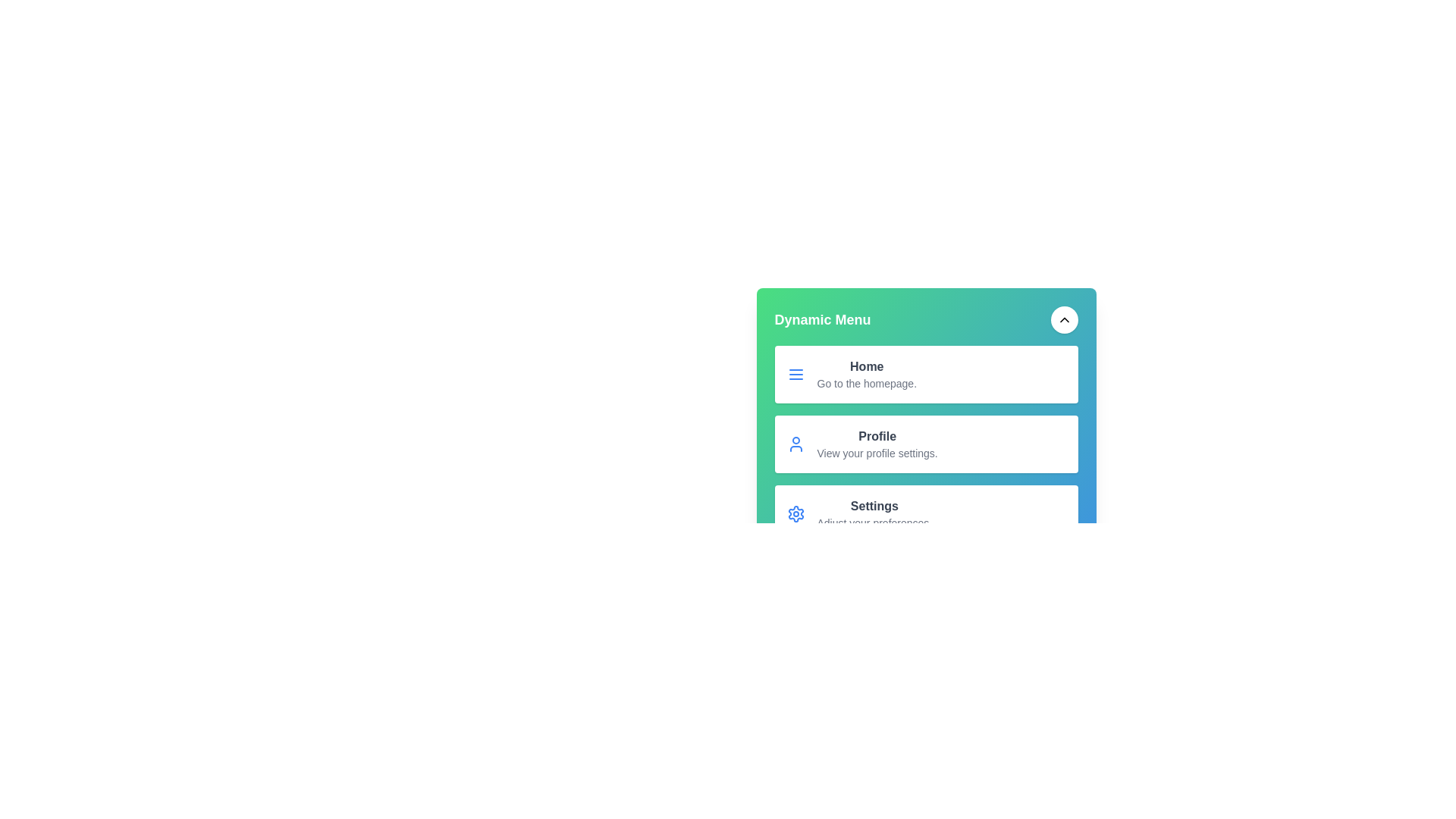  What do you see at coordinates (795, 444) in the screenshot?
I see `the user-related options icon located to the left of the 'Profile' text within the menu labeled 'Profile'` at bounding box center [795, 444].